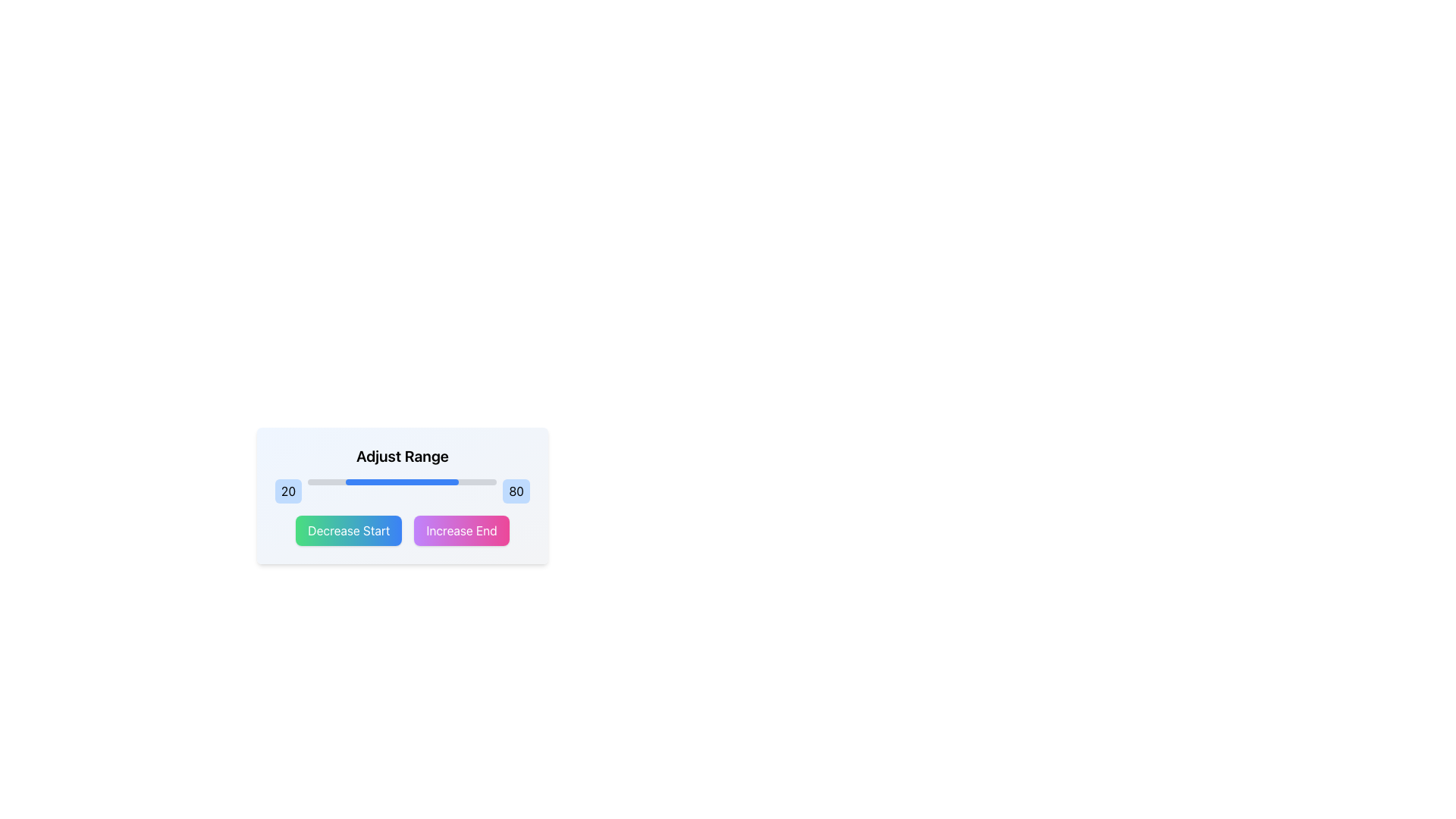 This screenshot has height=819, width=1456. Describe the element at coordinates (516, 491) in the screenshot. I see `the Numeric Label displaying the number '80' with a blue background and bold black font, located at the right end of the horizontal layout` at that location.